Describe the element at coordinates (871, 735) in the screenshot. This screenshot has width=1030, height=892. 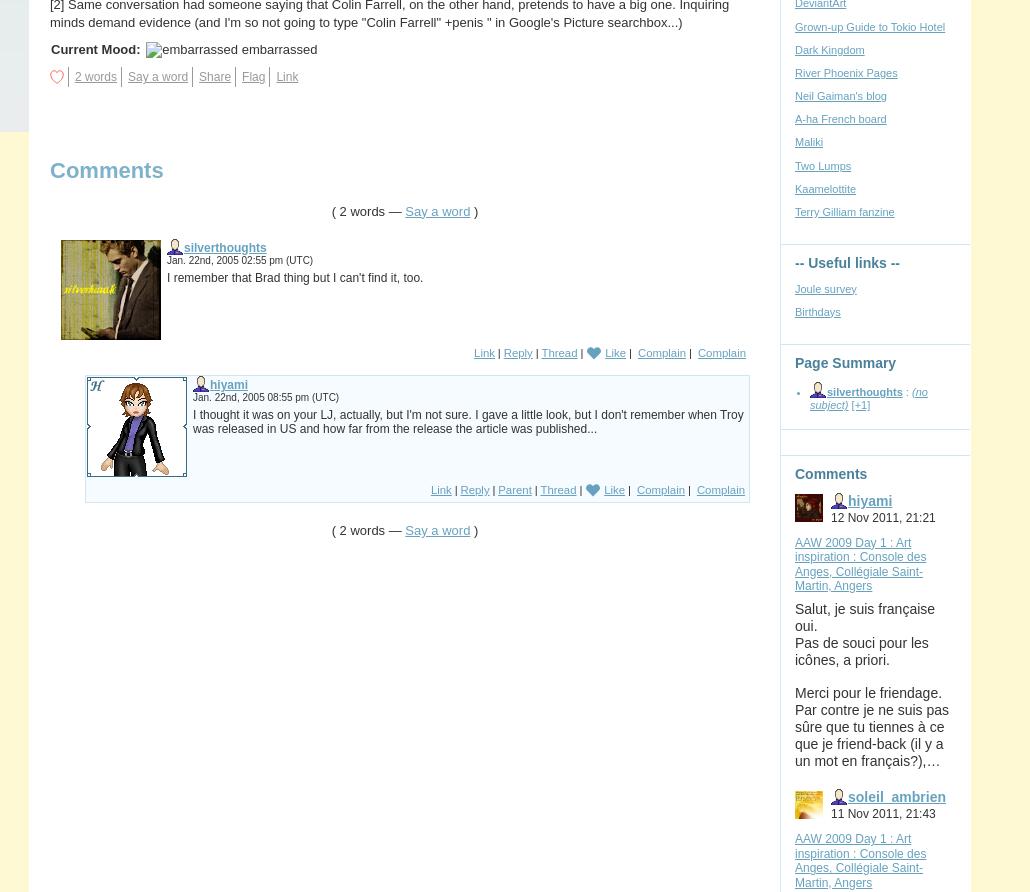
I see `'Par contre je ne suis pas sûre que tu tiennes à ce que je friend-back (il y a un mot en français?),…'` at that location.